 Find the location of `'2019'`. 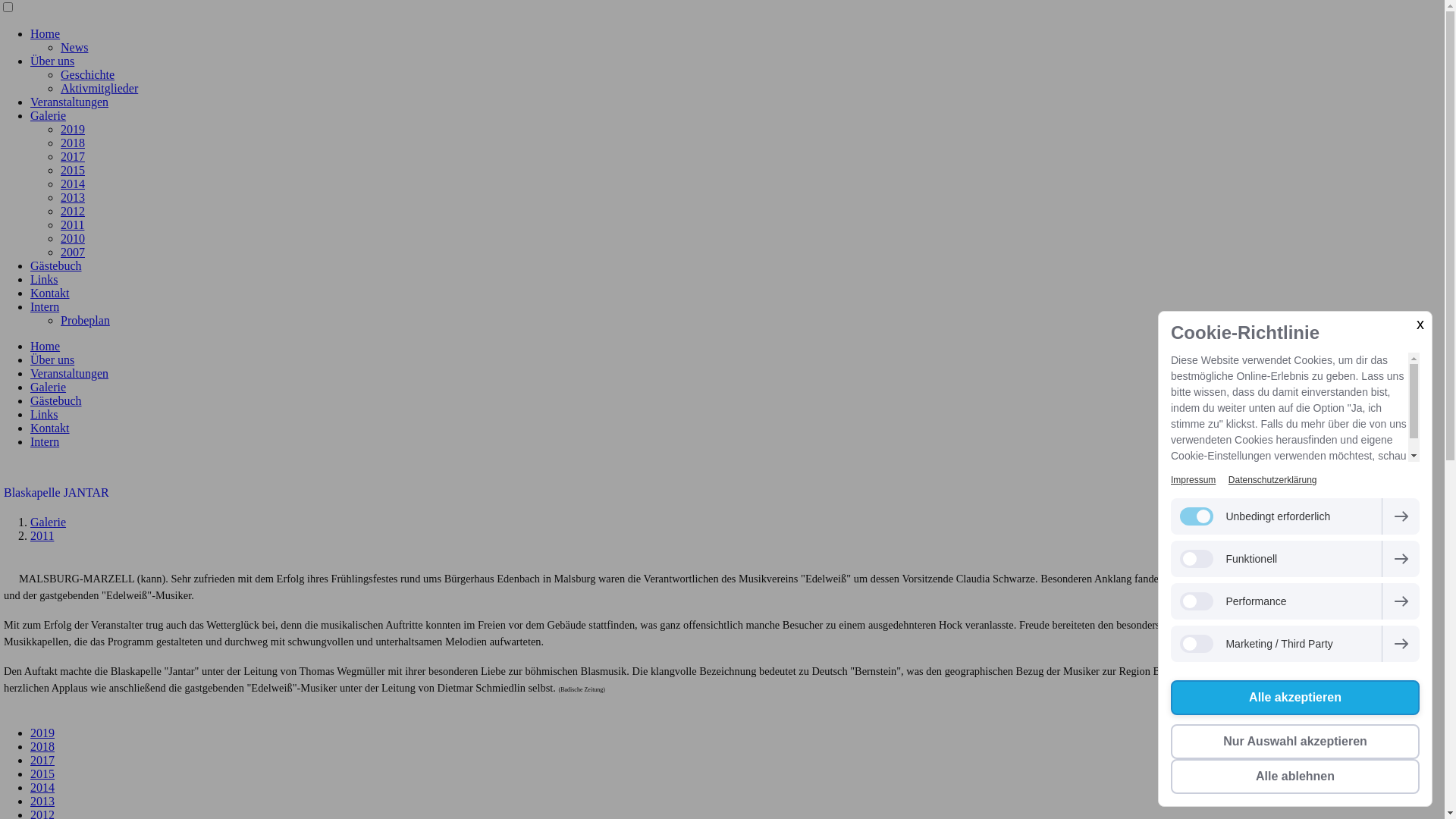

'2019' is located at coordinates (72, 128).